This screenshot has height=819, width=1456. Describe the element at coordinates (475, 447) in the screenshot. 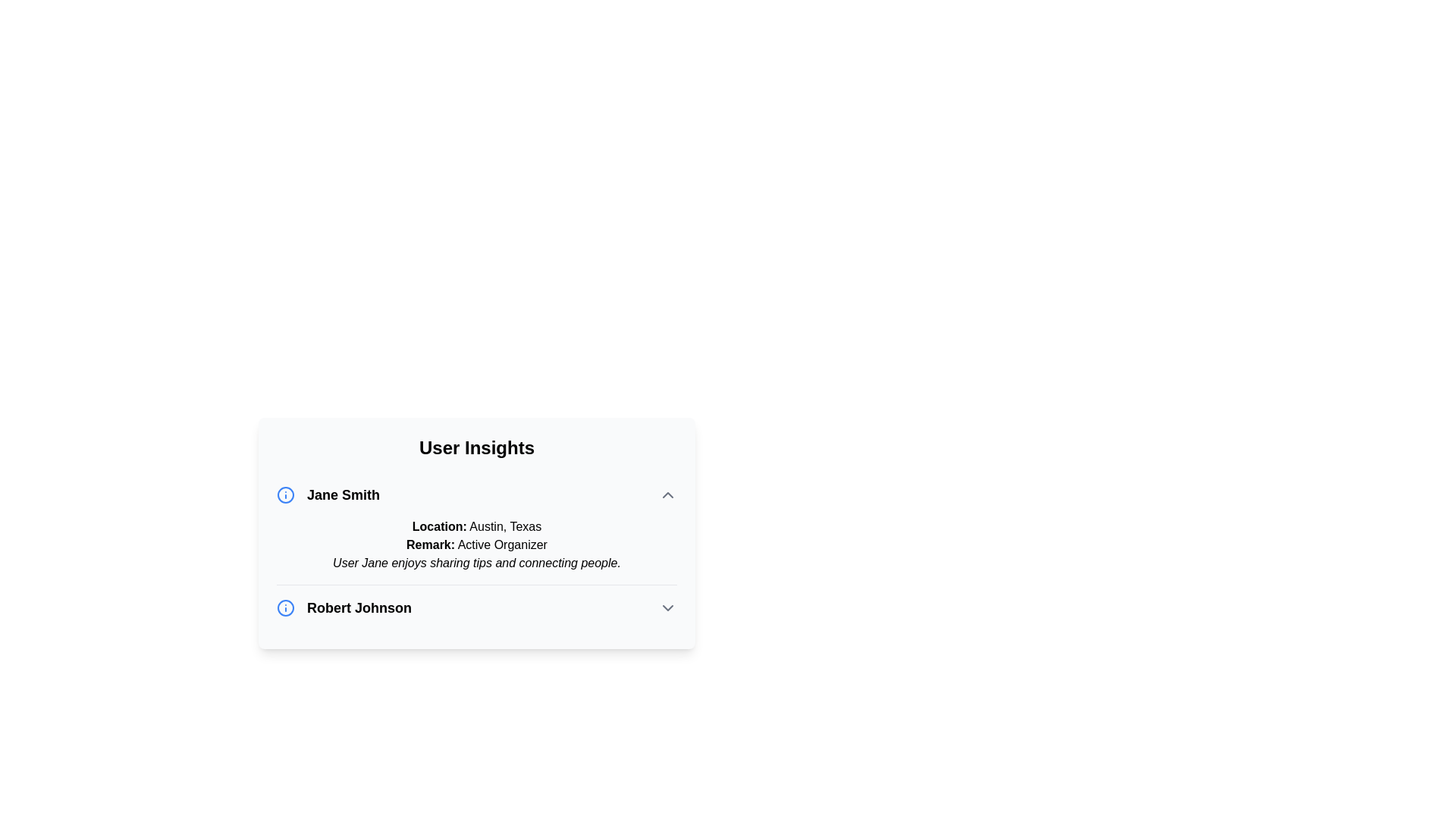

I see `the prominently styled text area displaying the title 'User Insights', which is centrally aligned at the top of its card-like section` at that location.